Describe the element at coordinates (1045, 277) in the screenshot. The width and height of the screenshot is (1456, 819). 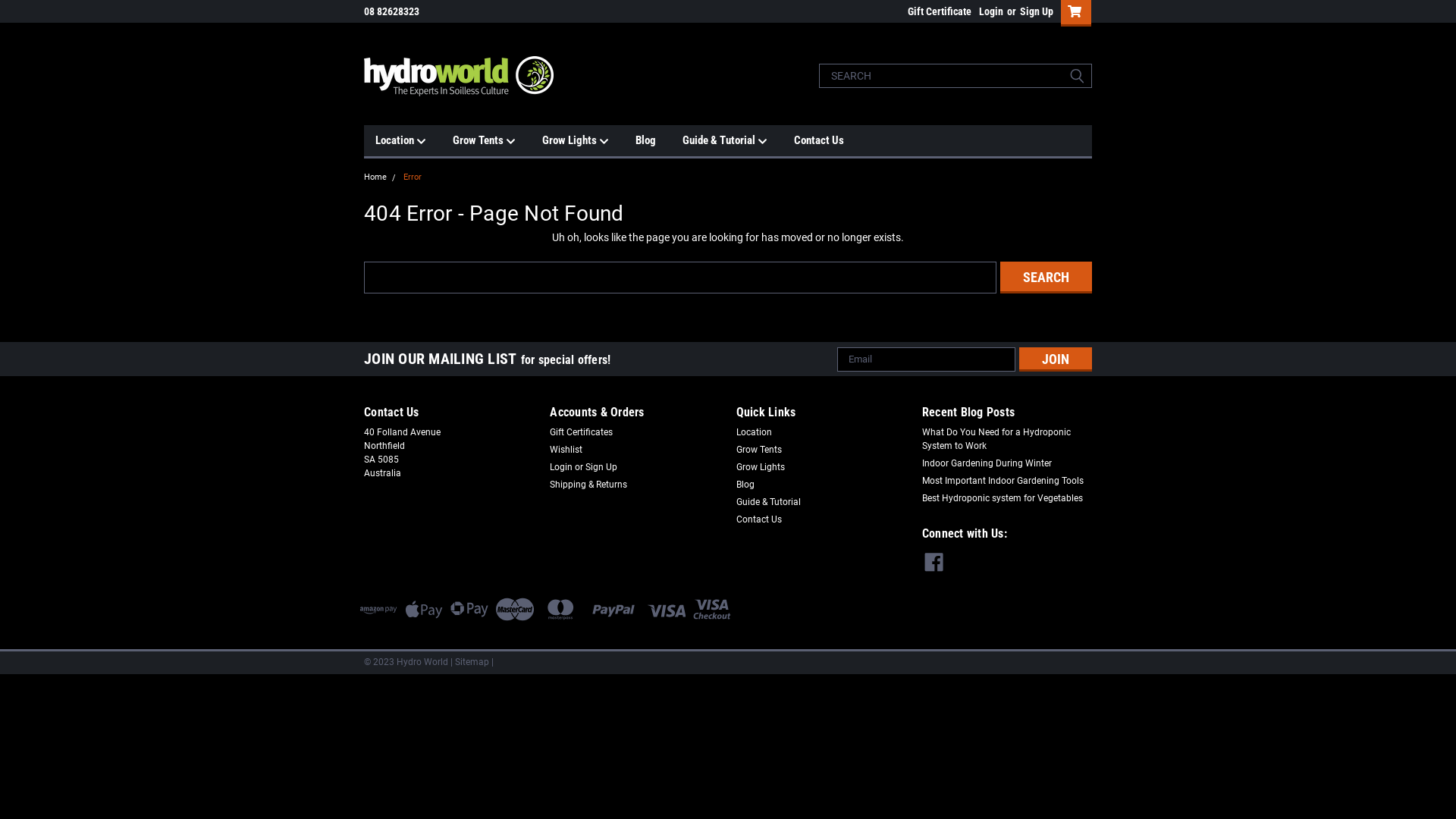
I see `'Search'` at that location.